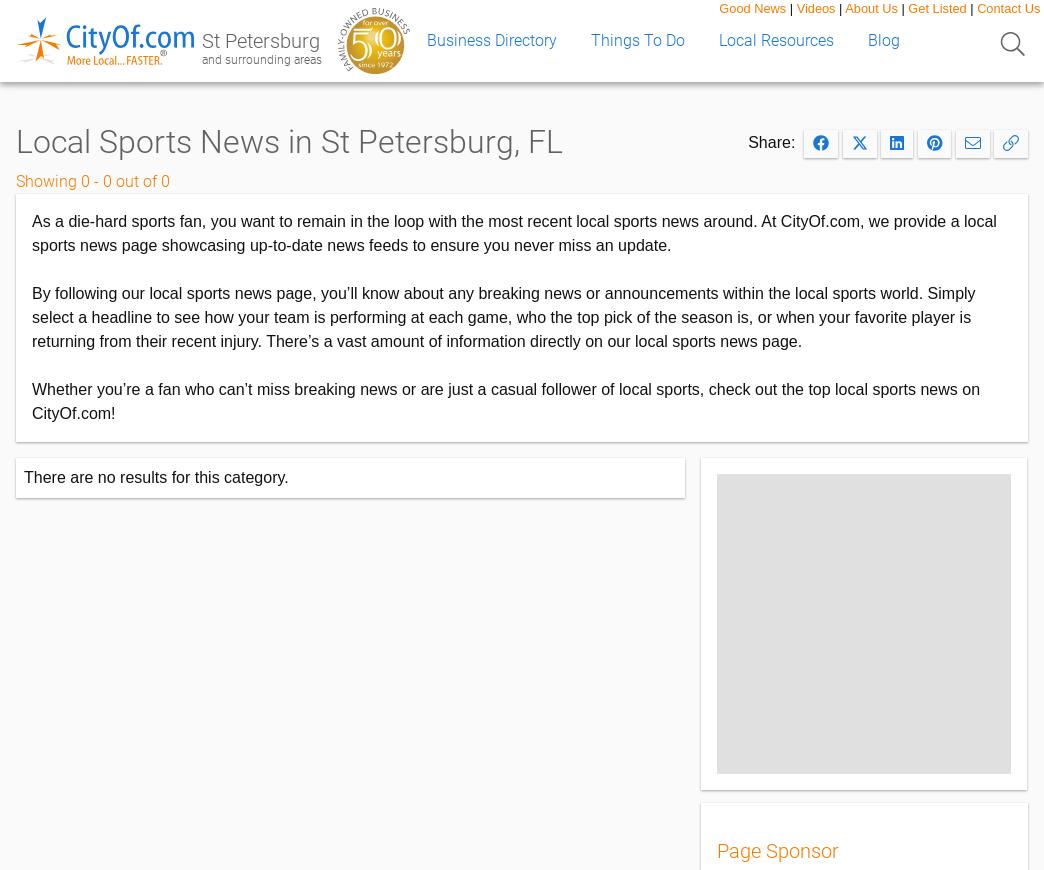 Image resolution: width=1044 pixels, height=870 pixels. What do you see at coordinates (719, 7) in the screenshot?
I see `'Good News'` at bounding box center [719, 7].